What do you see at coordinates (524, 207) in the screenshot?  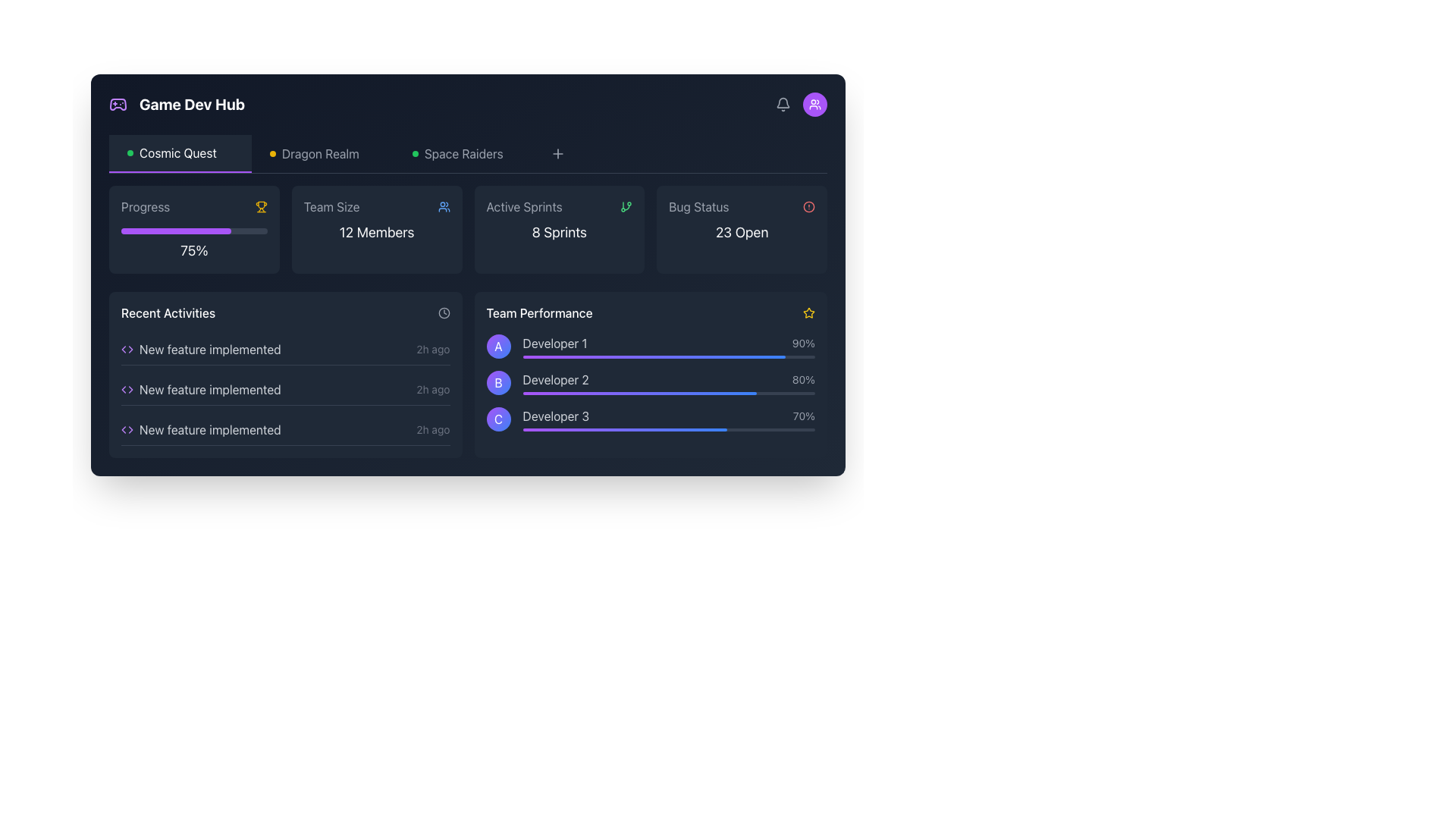 I see `the label indicating the title of the associated content related to the number of active sprints, located in the top-center area of the interface within the 'Active Sprints' card` at bounding box center [524, 207].